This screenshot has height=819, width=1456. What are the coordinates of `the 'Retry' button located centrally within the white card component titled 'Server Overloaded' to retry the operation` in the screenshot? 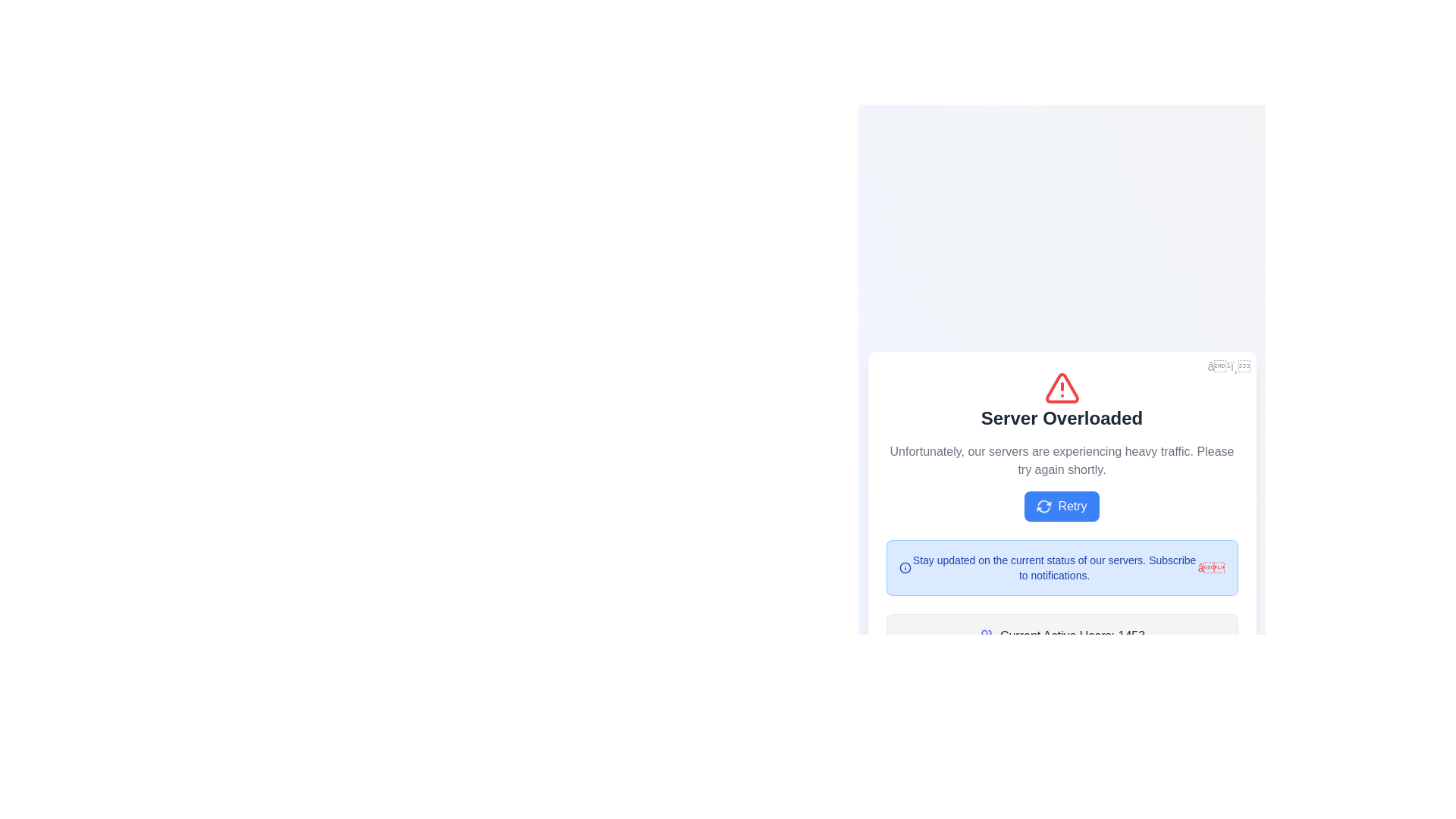 It's located at (1061, 506).